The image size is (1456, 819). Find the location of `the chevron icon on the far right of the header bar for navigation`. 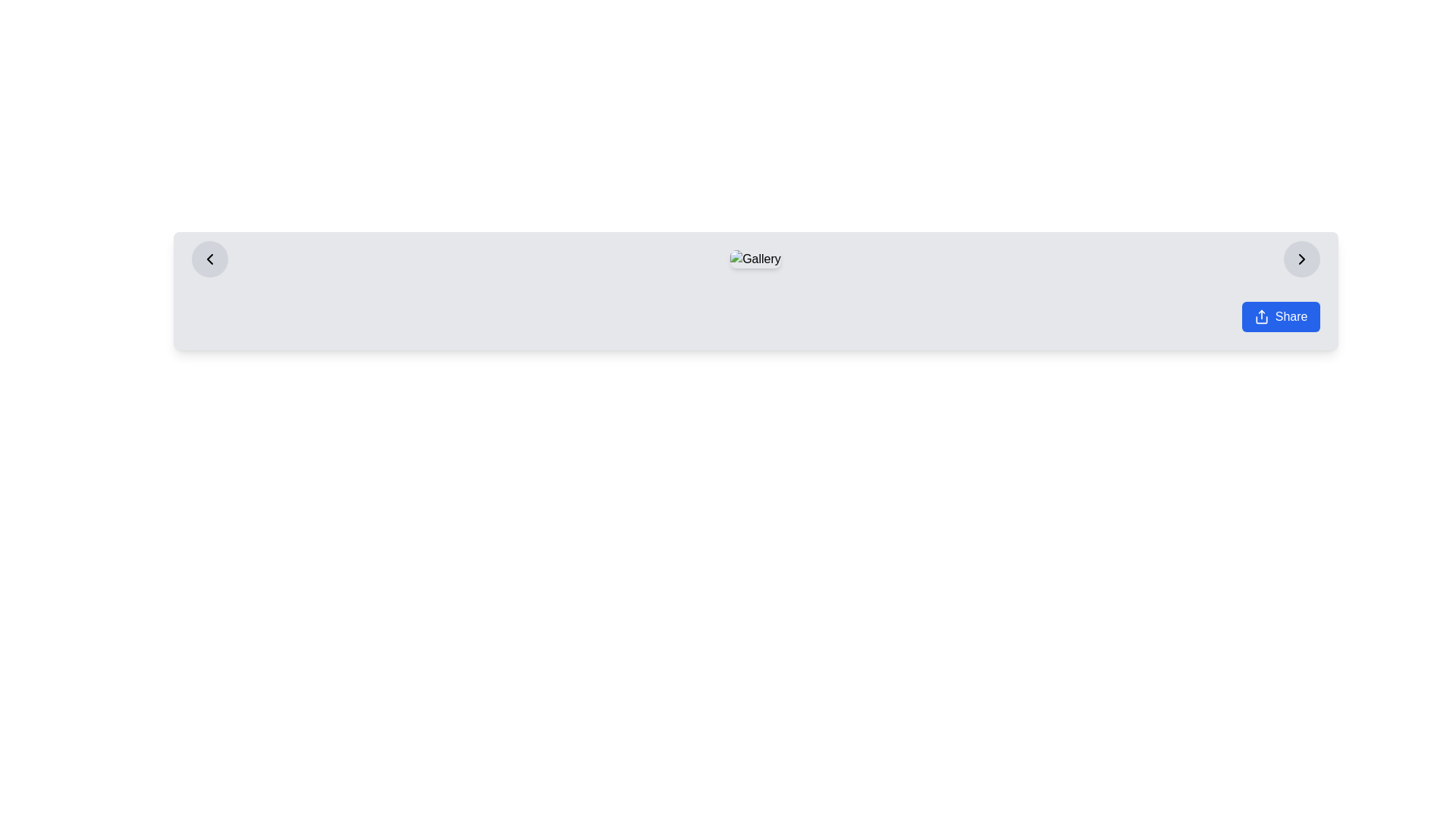

the chevron icon on the far right of the header bar for navigation is located at coordinates (1301, 259).